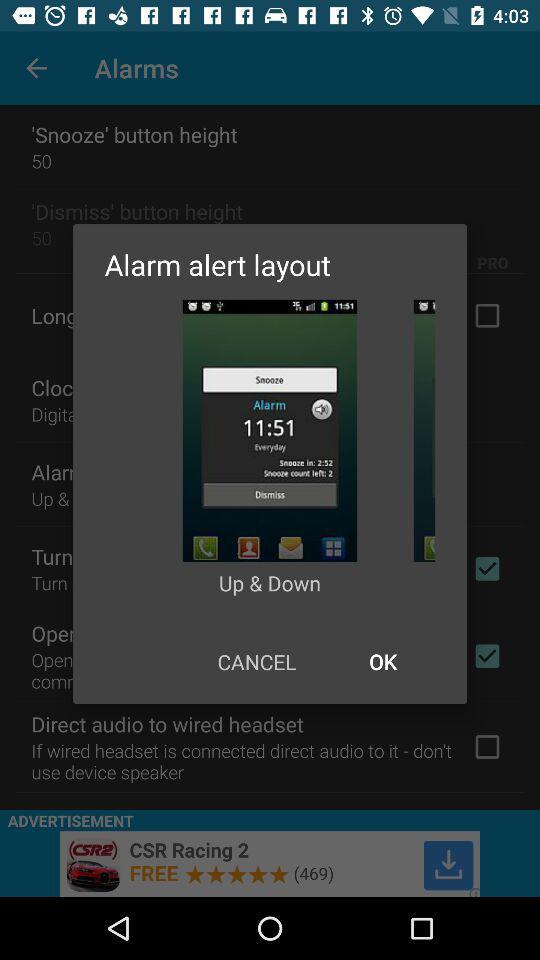 The height and width of the screenshot is (960, 540). I want to click on the icon to the right of cancel icon, so click(382, 661).